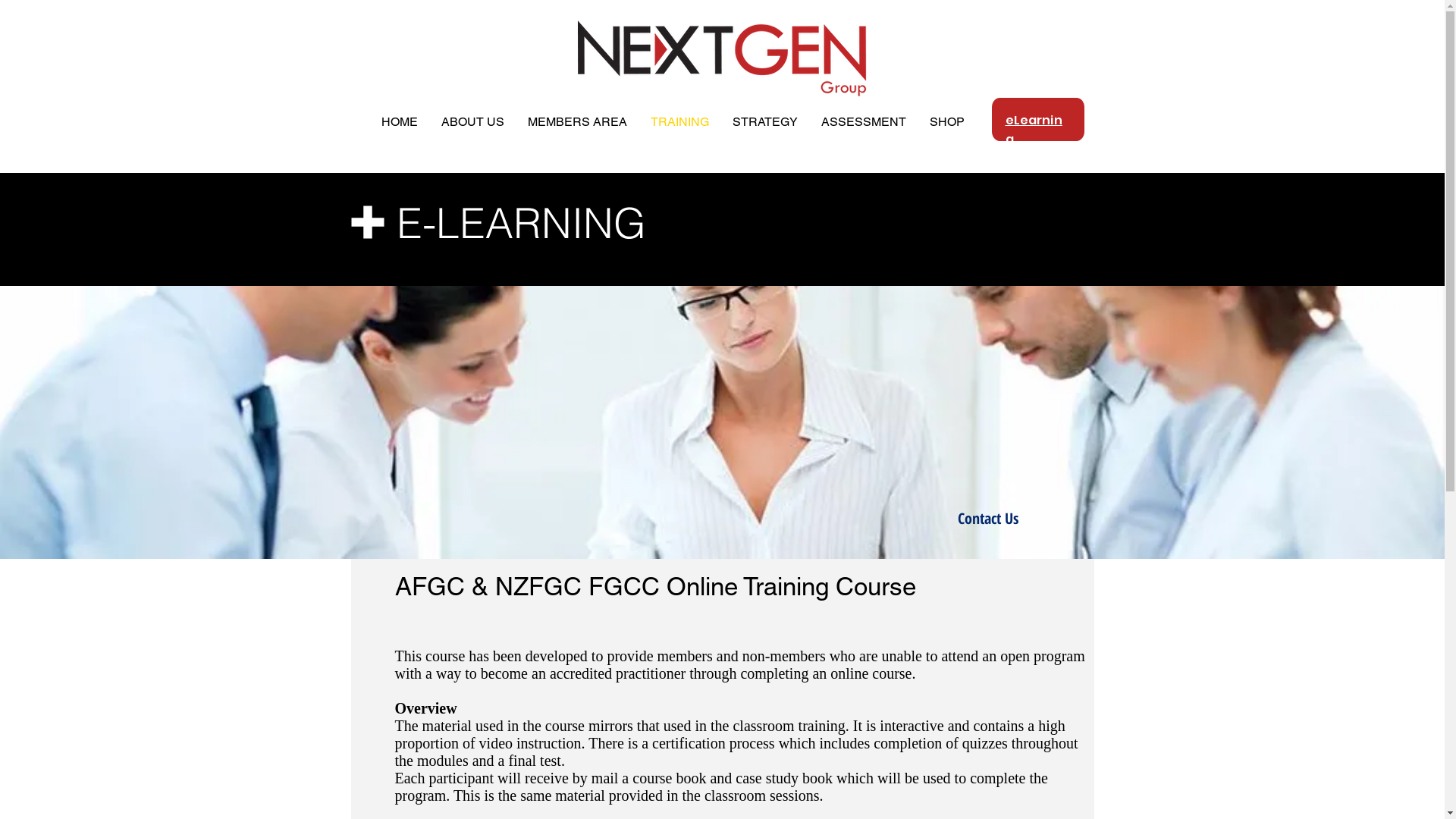 The height and width of the screenshot is (819, 1456). I want to click on 'TRAINING', so click(679, 121).